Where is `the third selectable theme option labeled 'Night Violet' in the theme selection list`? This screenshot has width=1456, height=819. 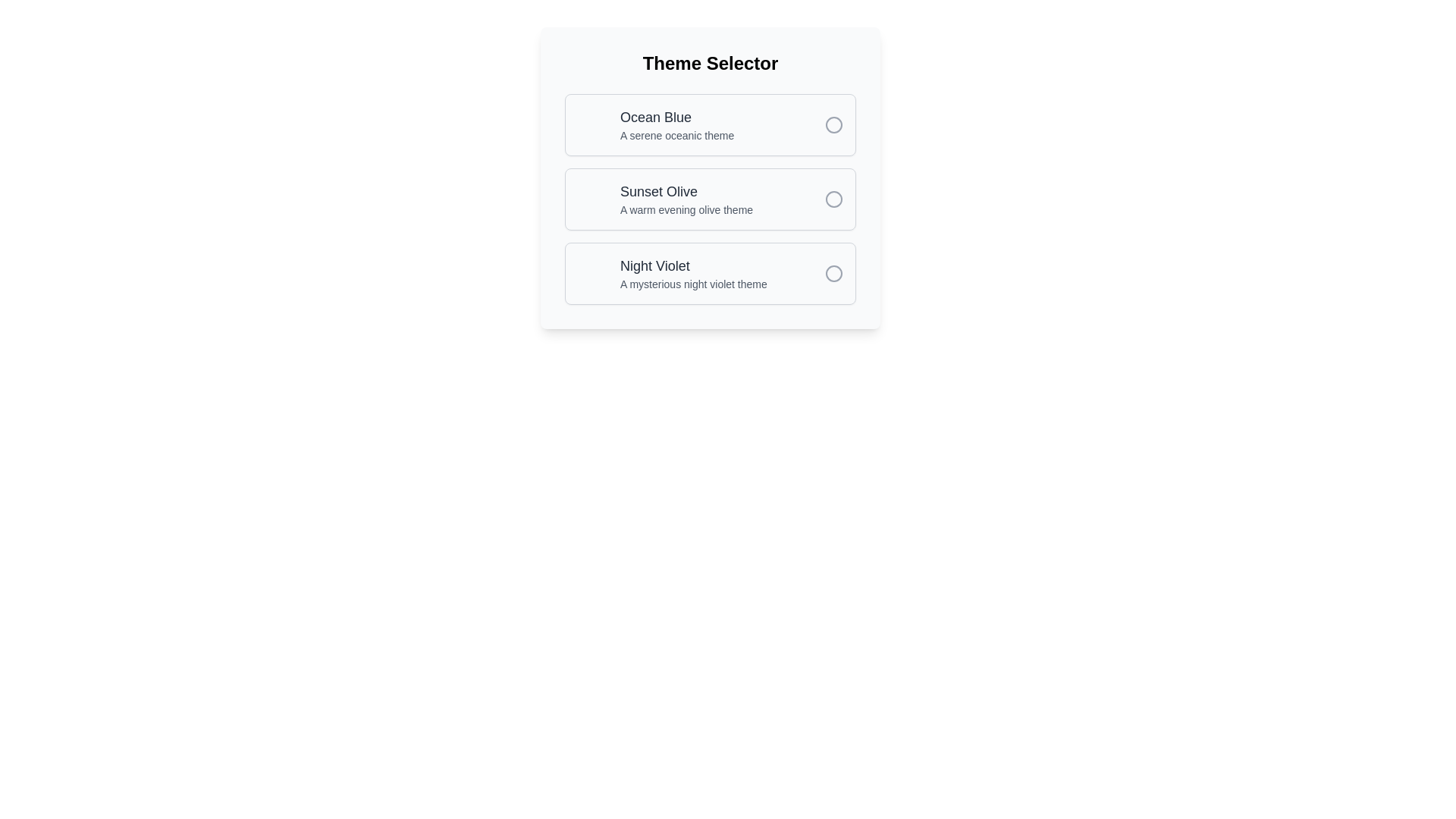
the third selectable theme option labeled 'Night Violet' in the theme selection list is located at coordinates (709, 274).